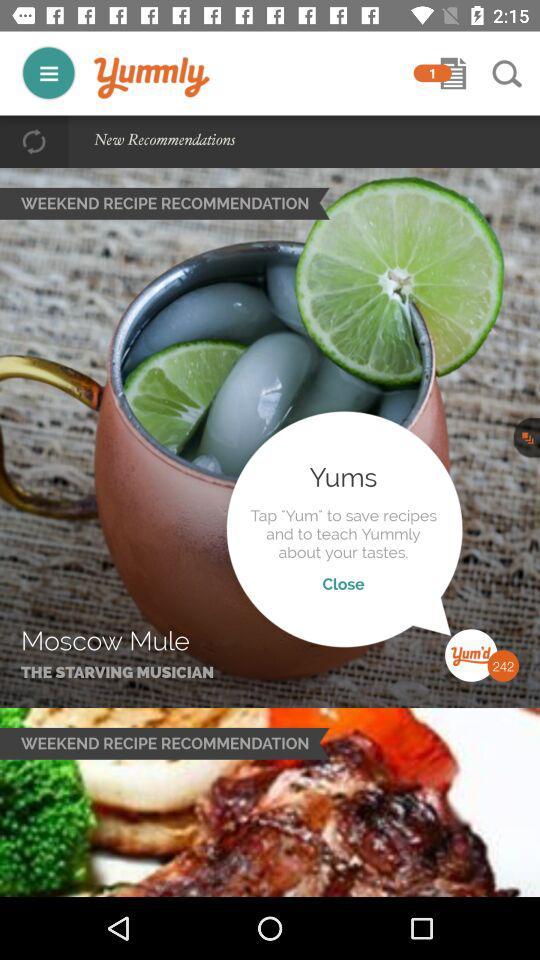 The height and width of the screenshot is (960, 540). What do you see at coordinates (48, 73) in the screenshot?
I see `open menu` at bounding box center [48, 73].